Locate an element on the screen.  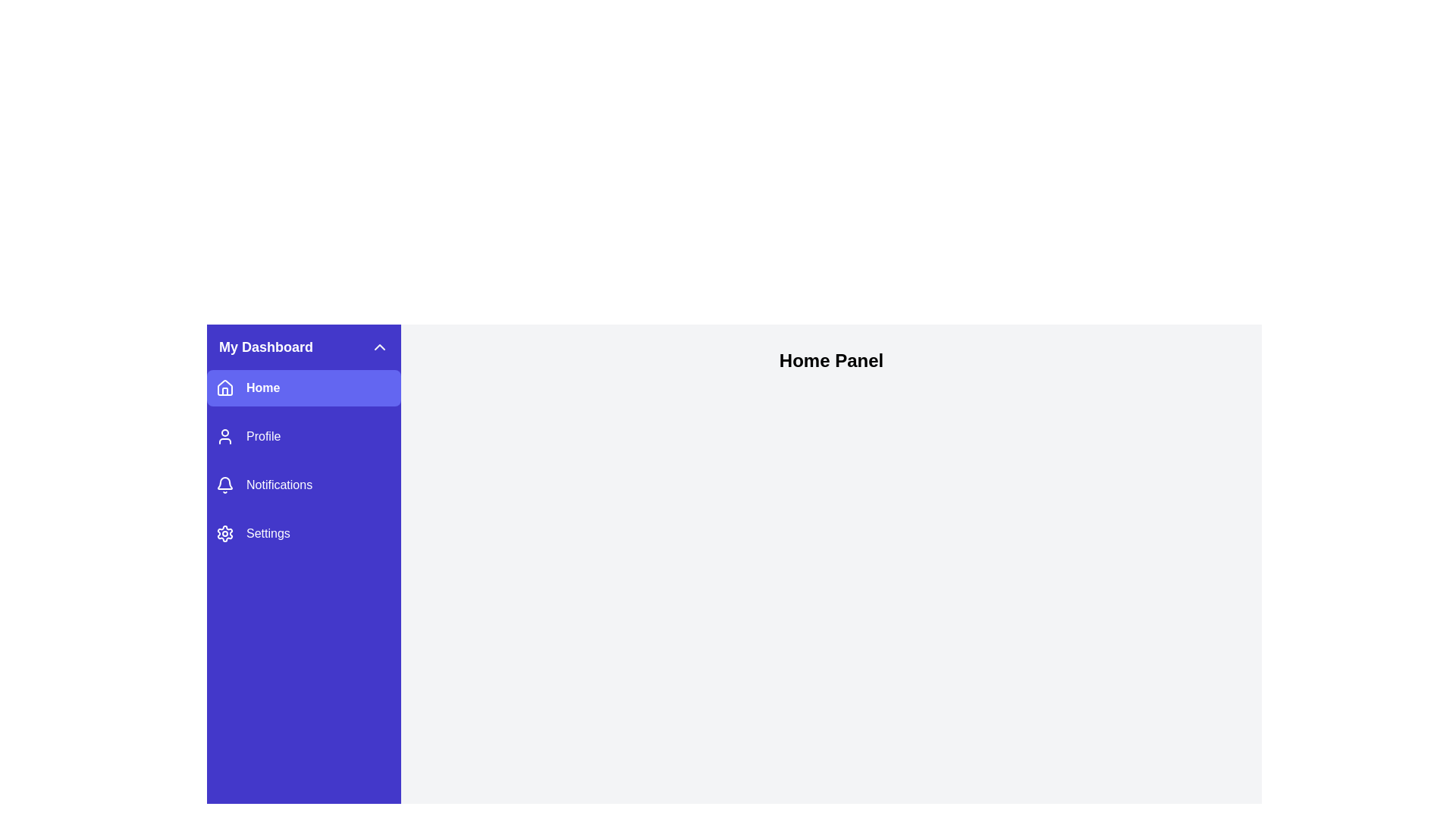
the header text that indicates the 'Home Panel', located in the upper-middle section of the interface is located at coordinates (830, 360).